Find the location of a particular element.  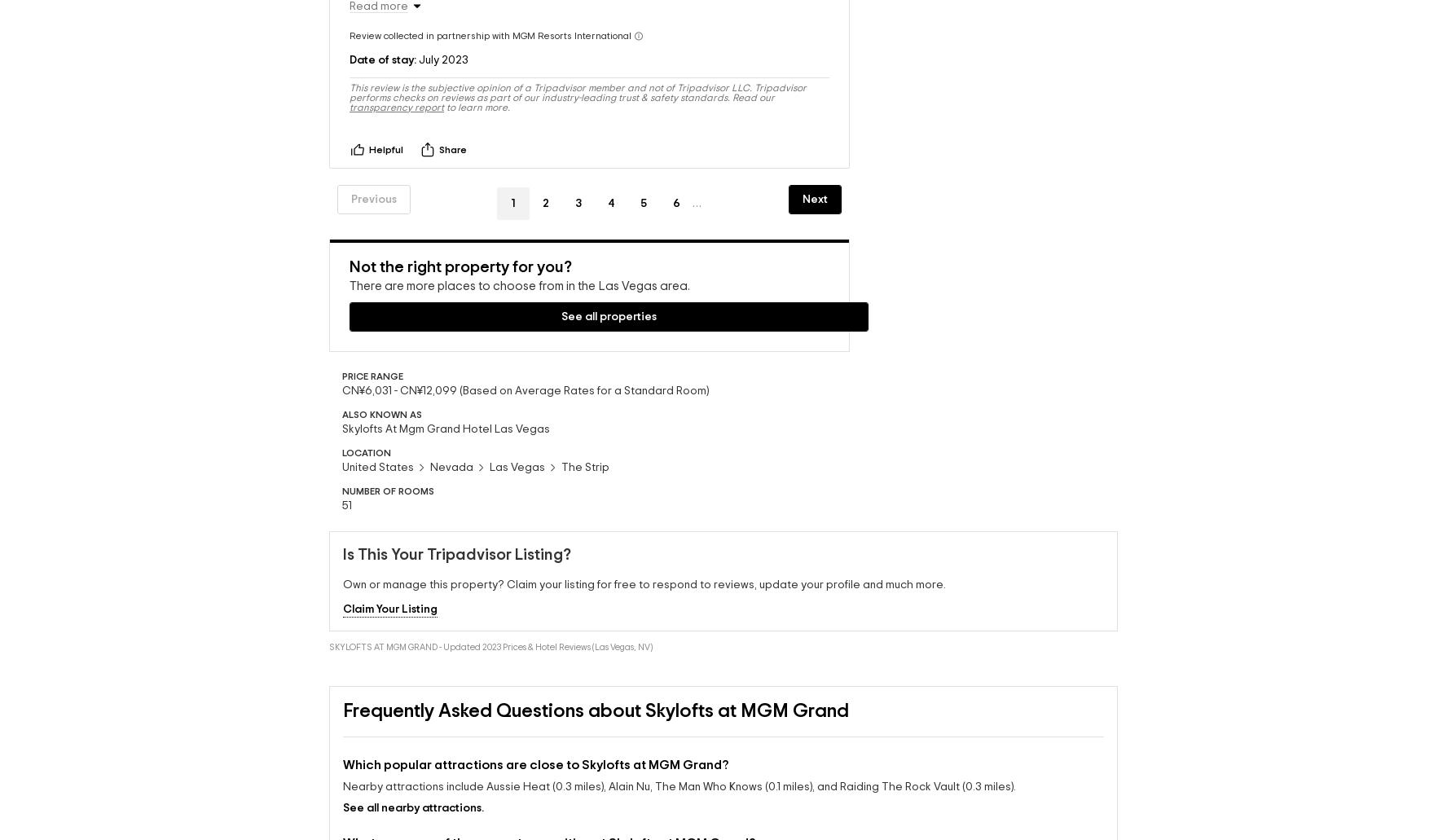

'Previous' is located at coordinates (372, 172).